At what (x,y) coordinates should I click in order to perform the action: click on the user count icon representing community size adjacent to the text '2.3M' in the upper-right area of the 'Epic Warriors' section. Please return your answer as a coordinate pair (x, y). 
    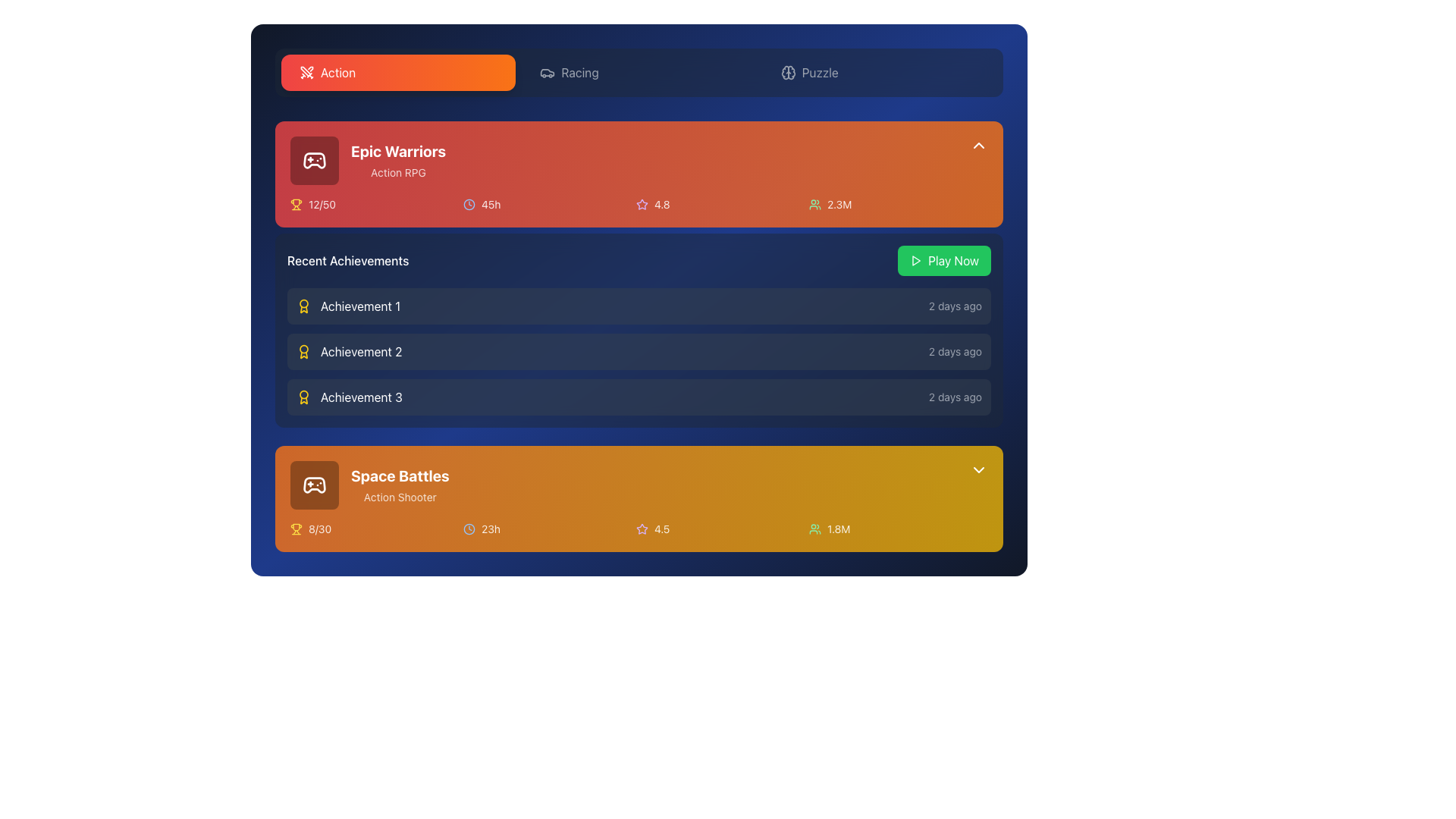
    Looking at the image, I should click on (814, 205).